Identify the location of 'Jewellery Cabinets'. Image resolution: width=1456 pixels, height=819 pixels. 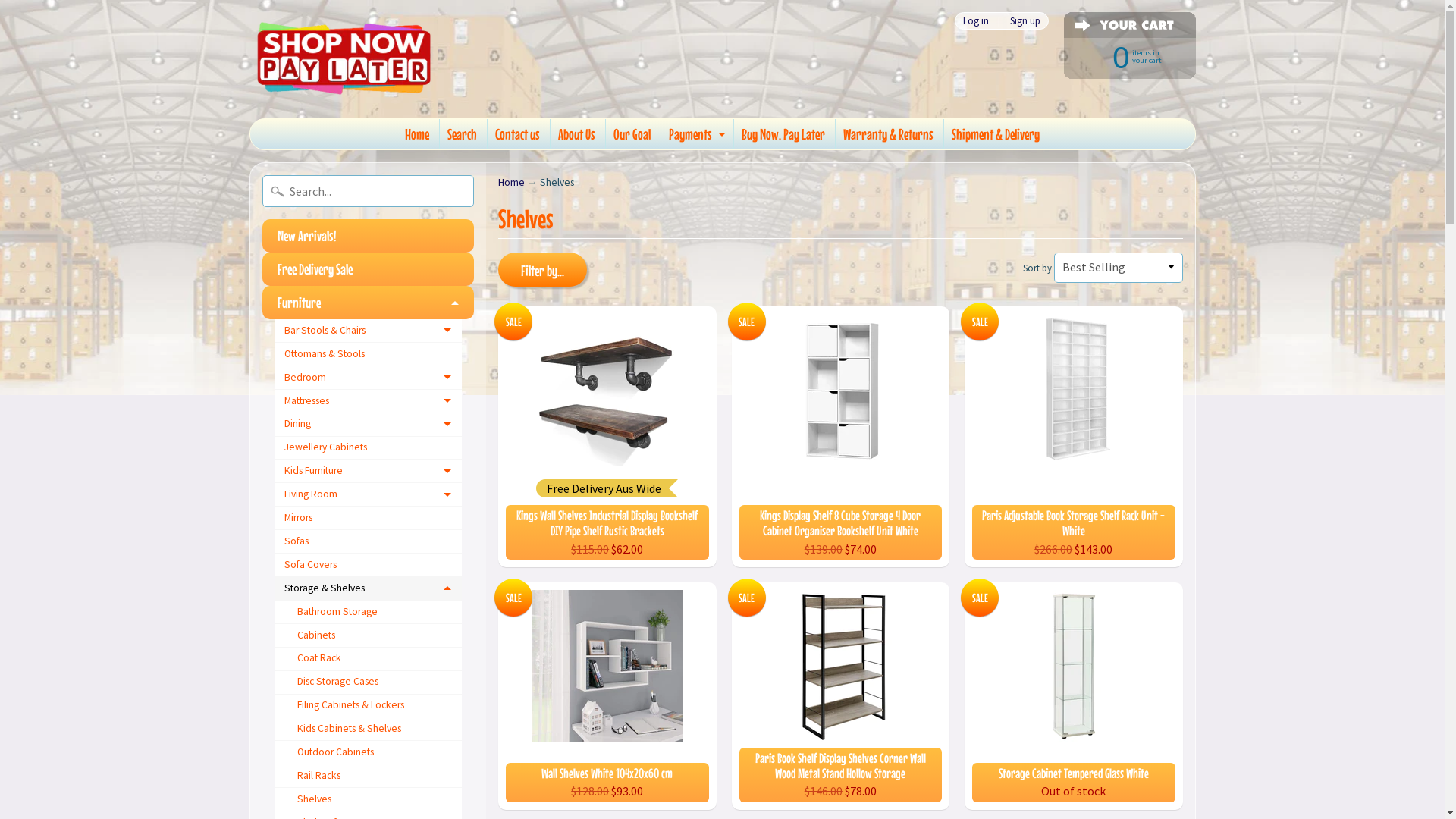
(368, 447).